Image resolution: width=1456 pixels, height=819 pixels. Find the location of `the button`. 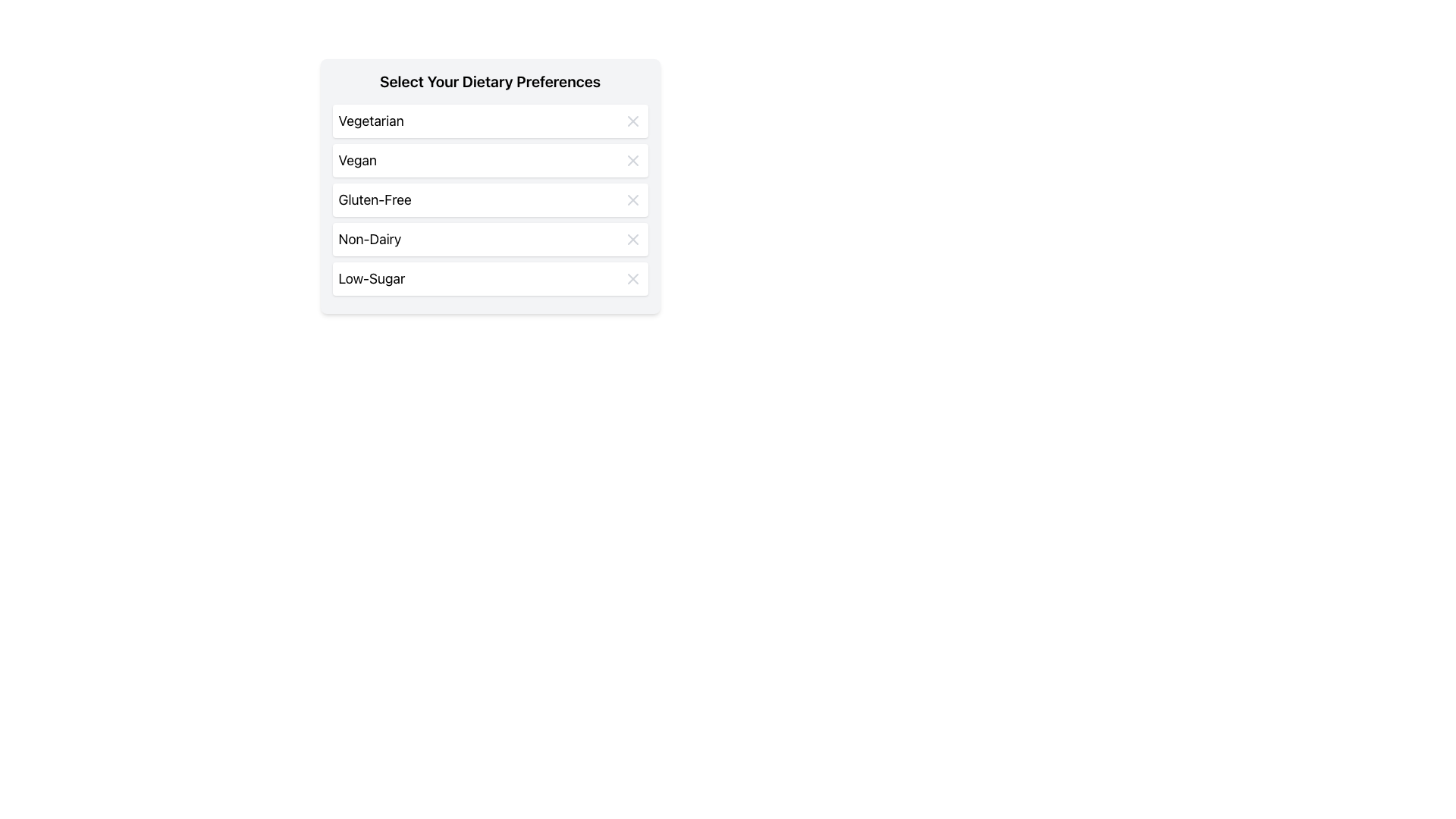

the button is located at coordinates (632, 278).